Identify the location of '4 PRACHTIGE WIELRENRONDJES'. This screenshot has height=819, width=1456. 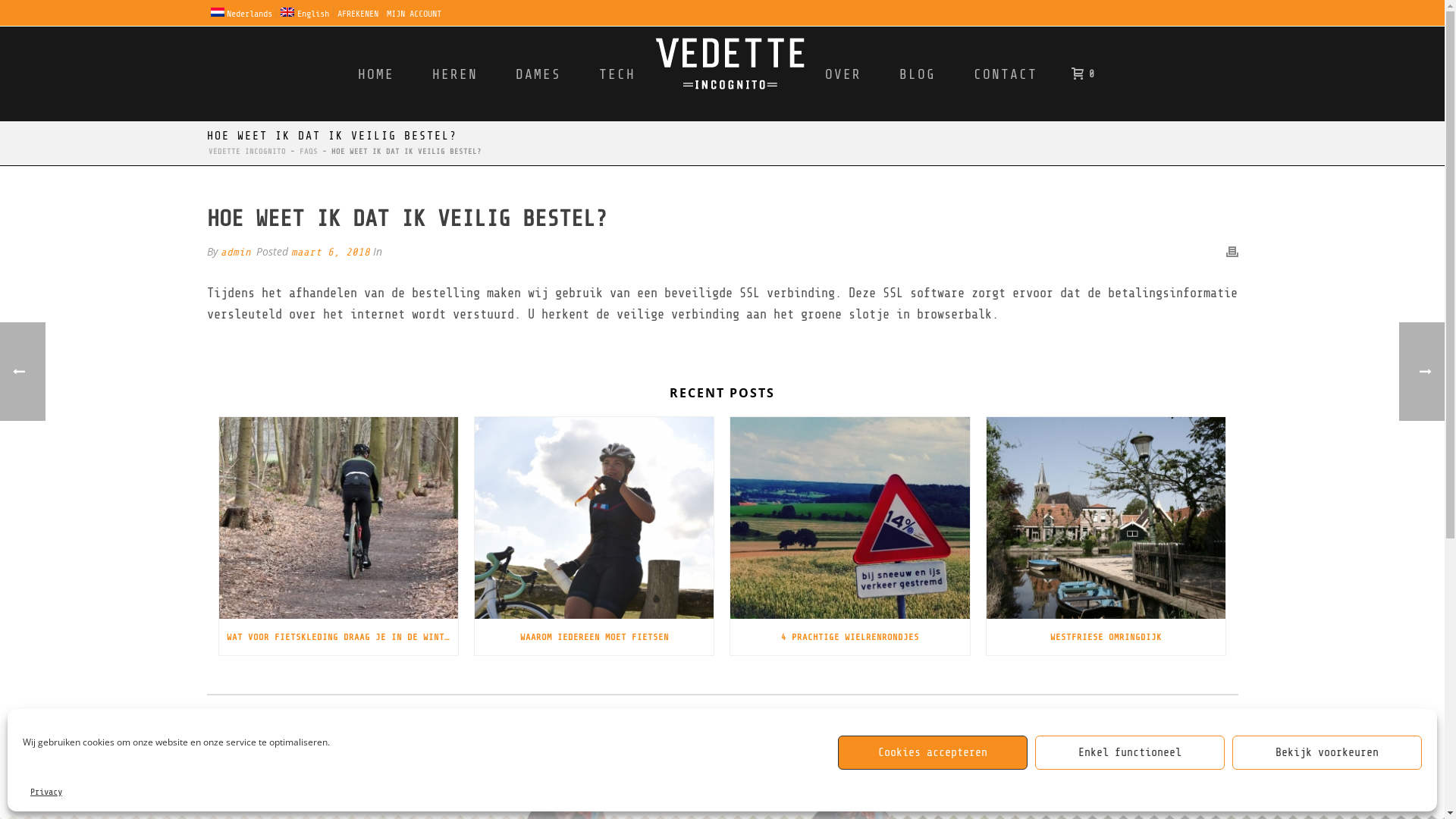
(849, 637).